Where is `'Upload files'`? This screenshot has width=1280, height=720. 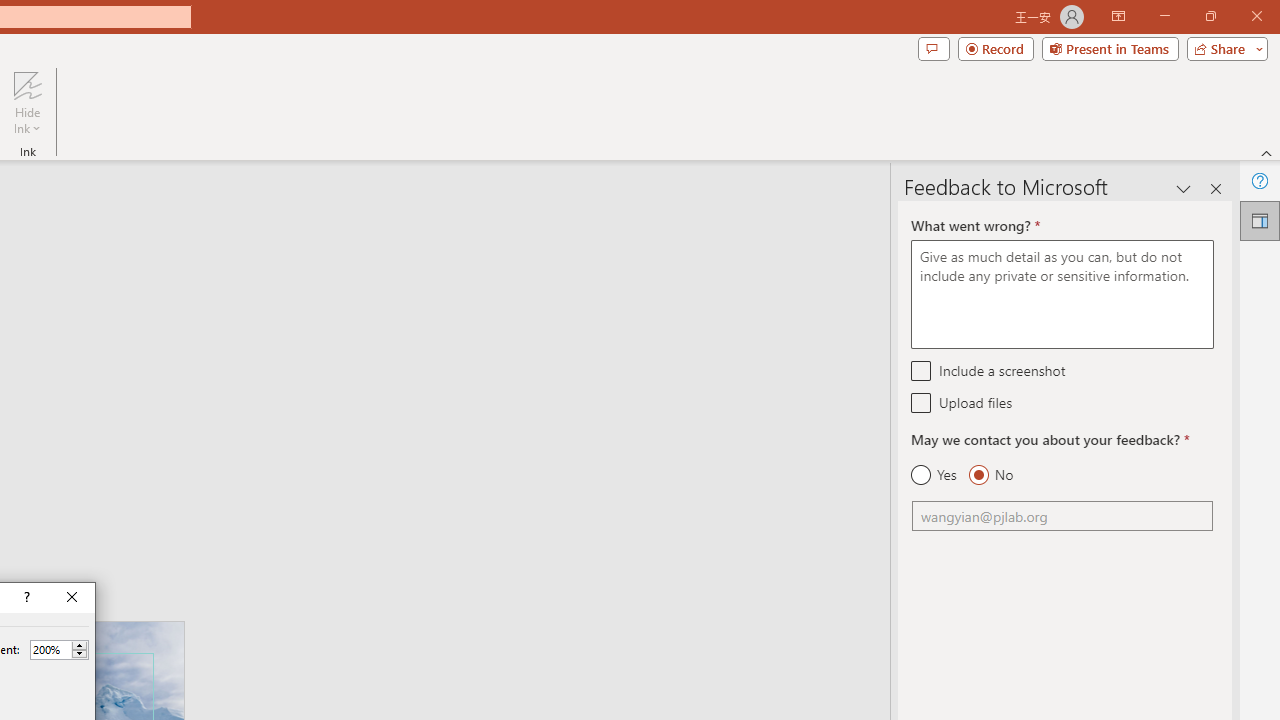 'Upload files' is located at coordinates (920, 402).